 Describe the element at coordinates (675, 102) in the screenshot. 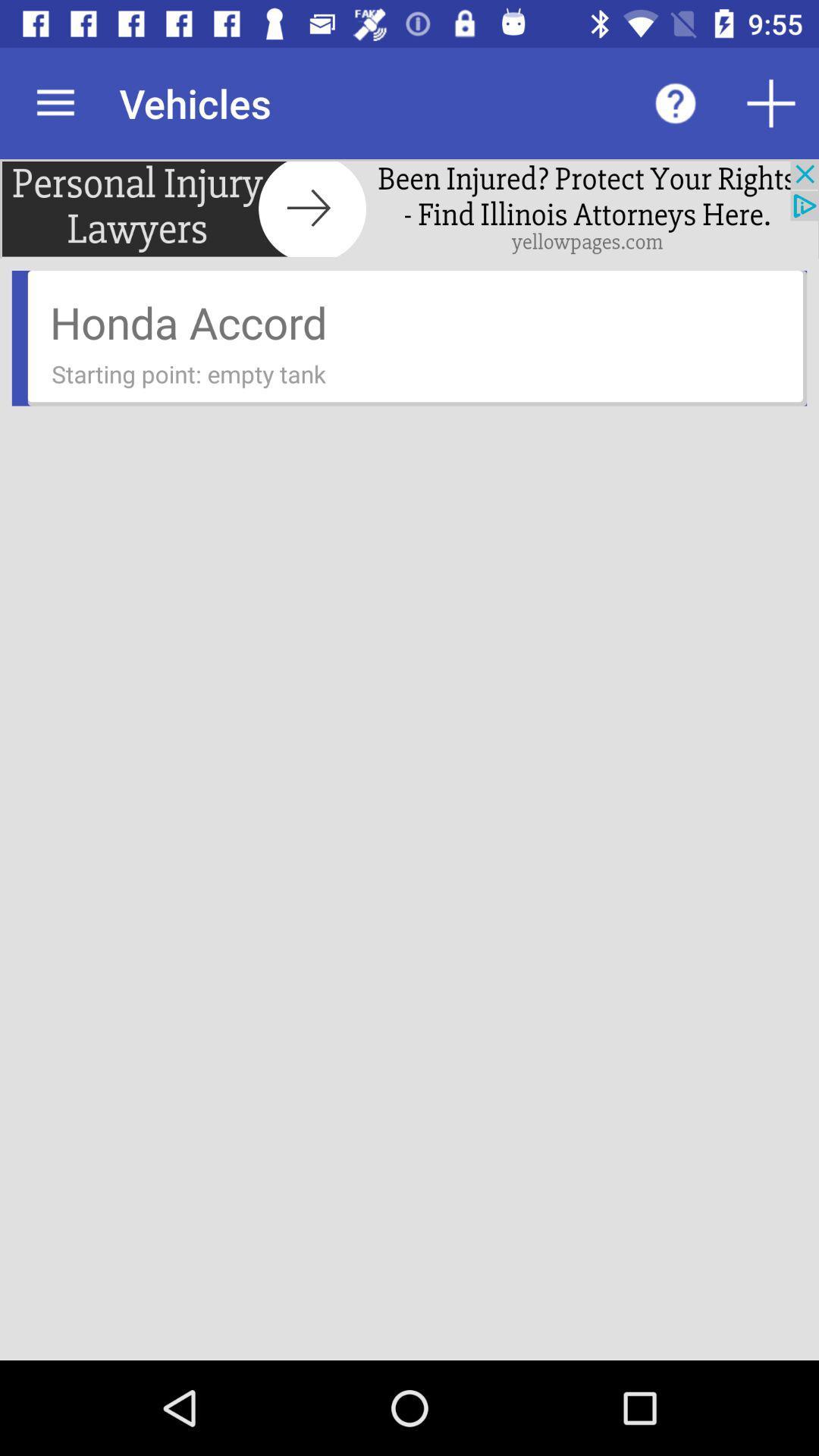

I see `show help` at that location.